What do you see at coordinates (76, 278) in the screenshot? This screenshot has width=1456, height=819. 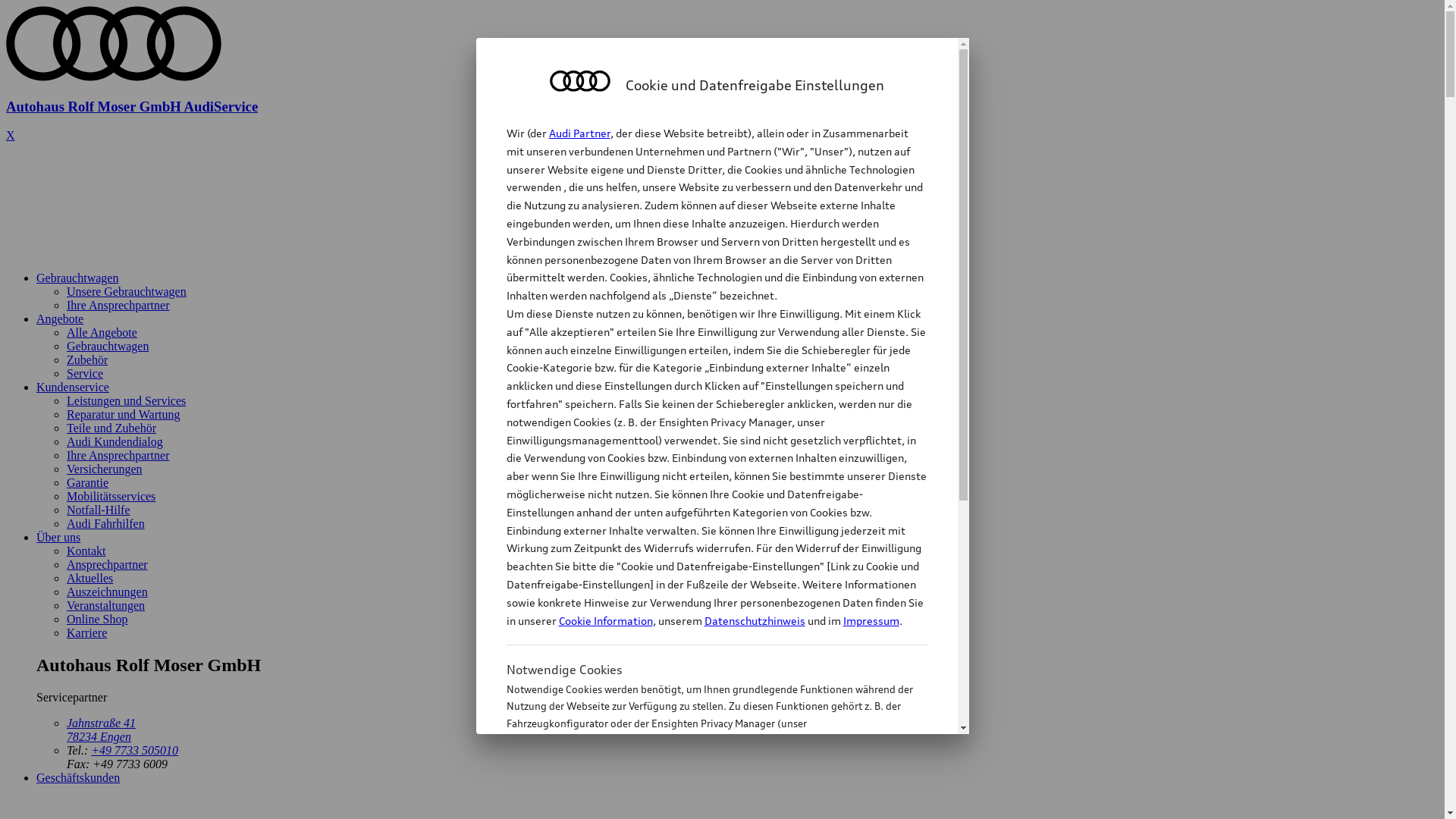 I see `'Gebrauchtwagen'` at bounding box center [76, 278].